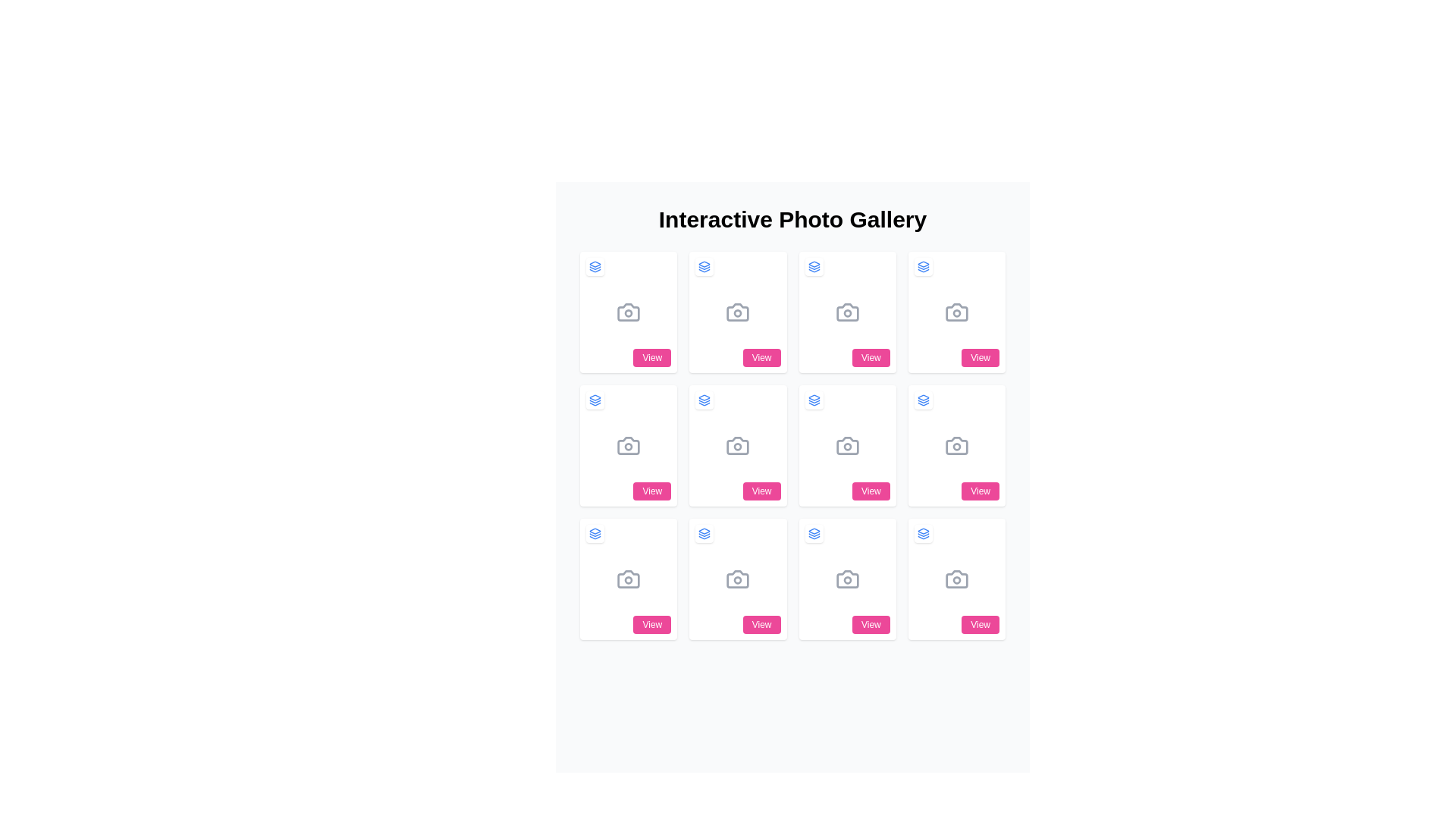 The width and height of the screenshot is (1456, 819). Describe the element at coordinates (871, 491) in the screenshot. I see `the rectangular button with a pink background labeled 'View' located in the bottom-right corner of the second card in the third row of a 4x4 grid` at that location.